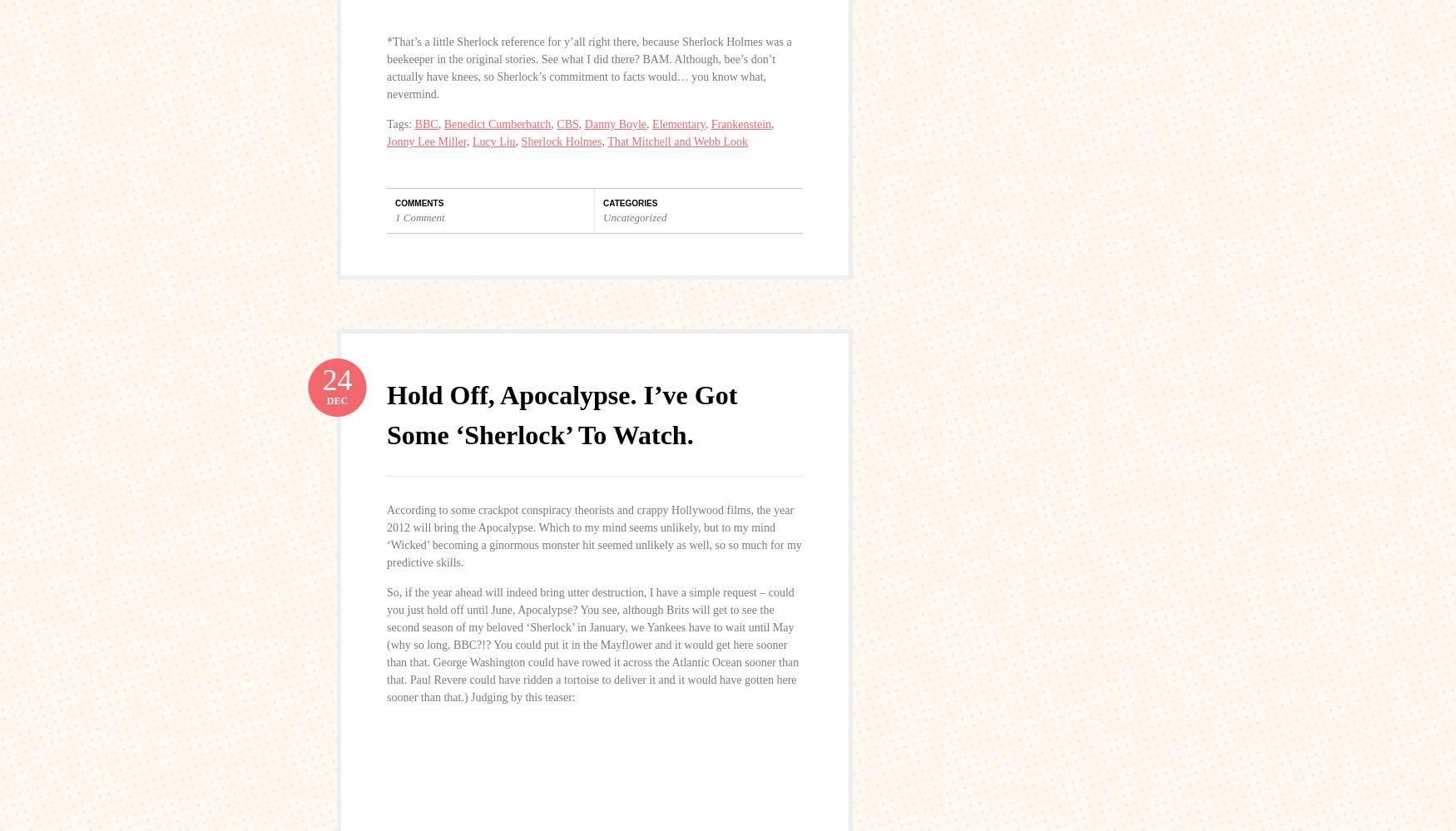 This screenshot has height=831, width=1456. Describe the element at coordinates (472, 141) in the screenshot. I see `'Lucy Liu'` at that location.